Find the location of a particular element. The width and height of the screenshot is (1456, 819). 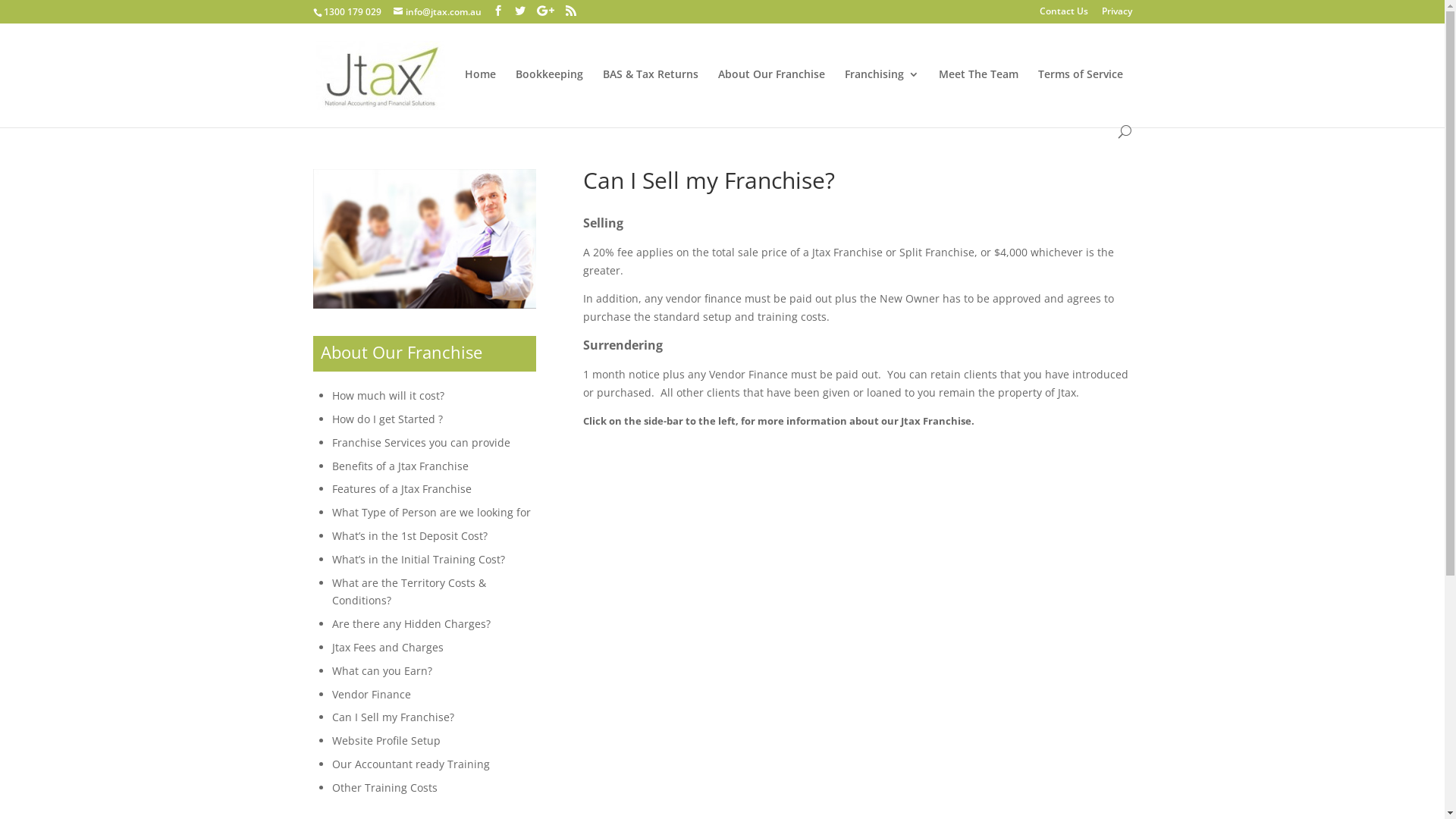

'Can I Sell my Franchise?' is located at coordinates (331, 717).